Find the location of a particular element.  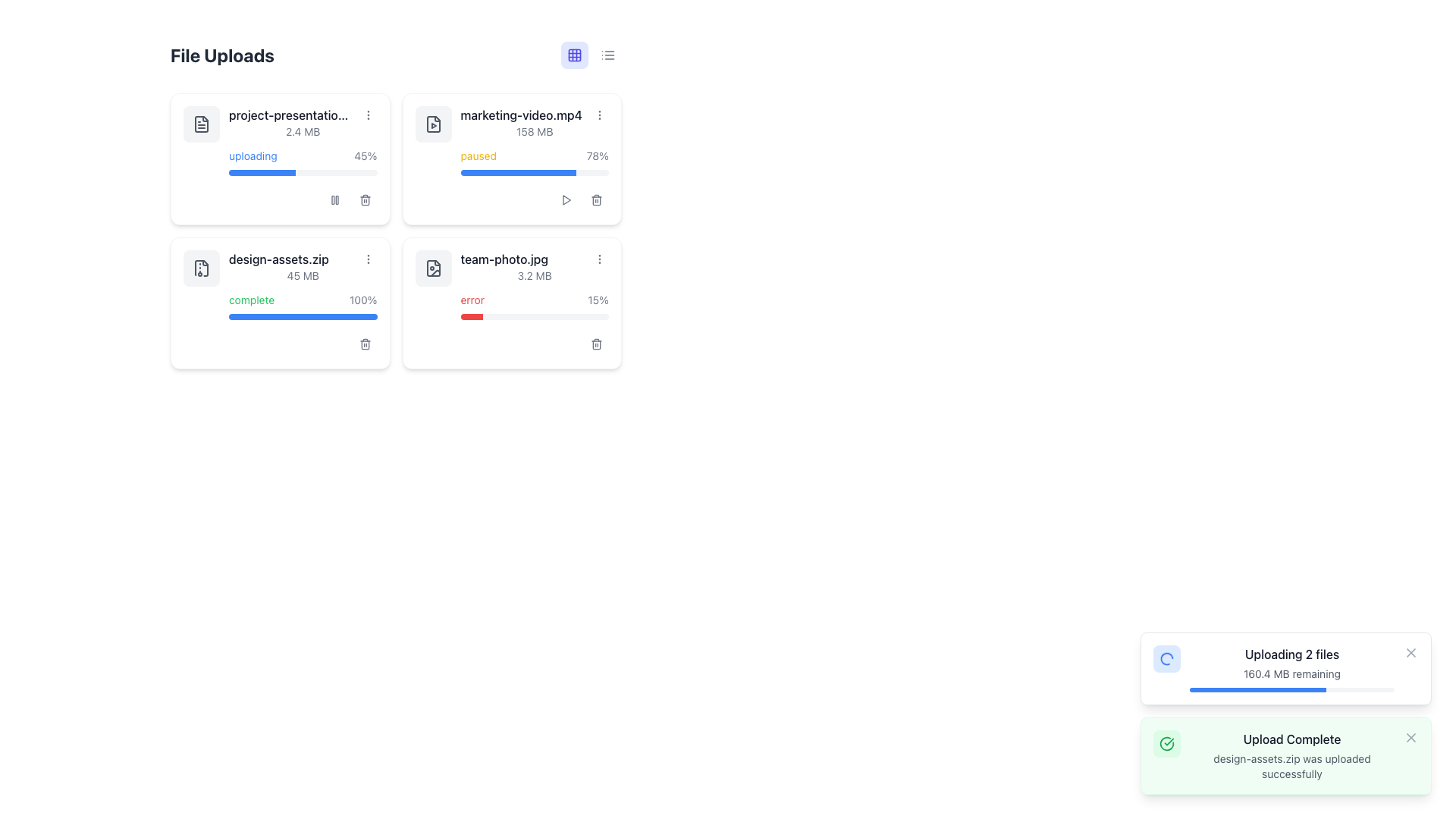

the icon associated with the 'team-photo.jpg' file located in the bottom-right card of the file upload grid, positioned next to the file name text is located at coordinates (432, 268).